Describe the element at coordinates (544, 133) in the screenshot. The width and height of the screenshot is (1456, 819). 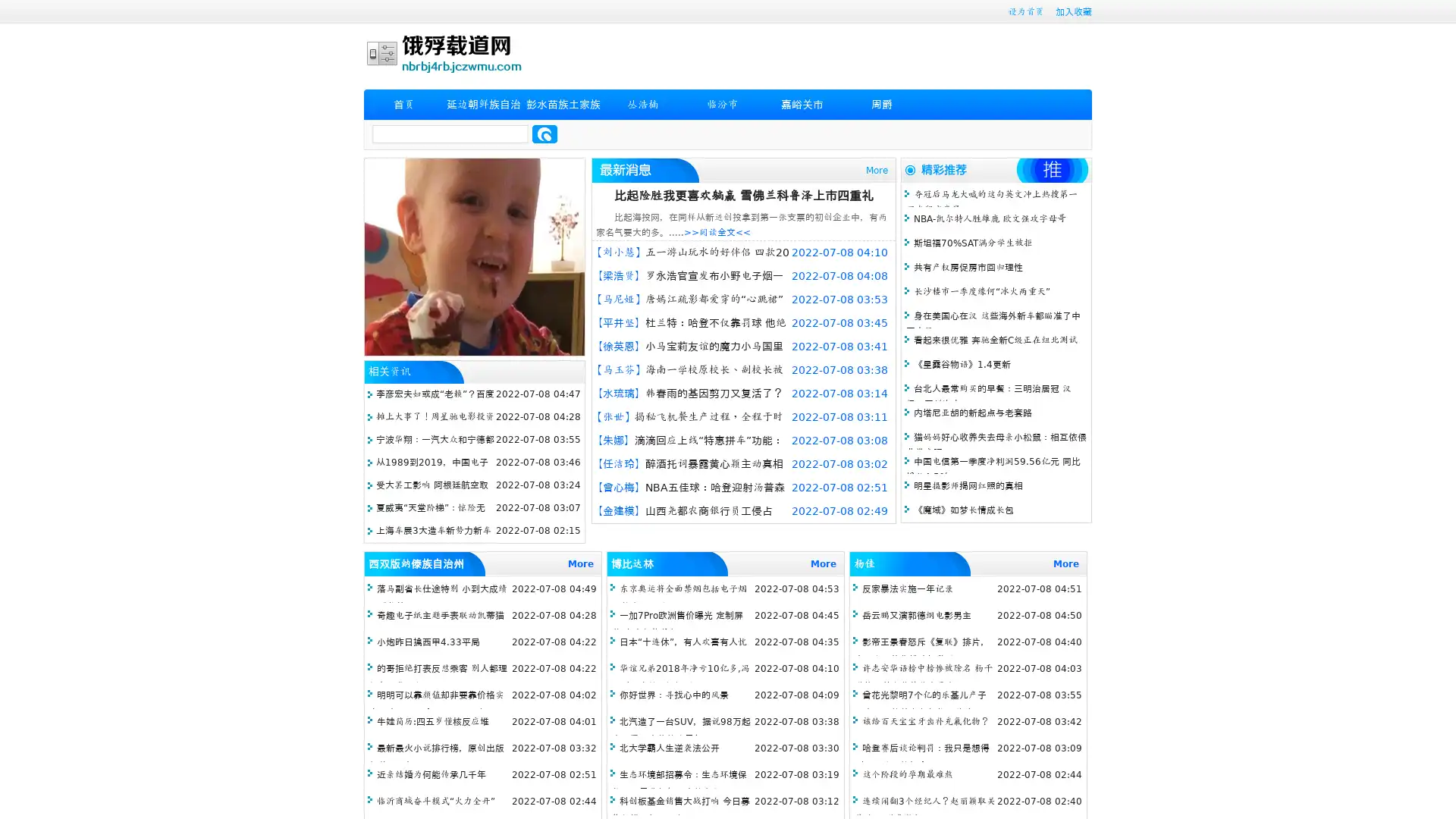
I see `Search` at that location.